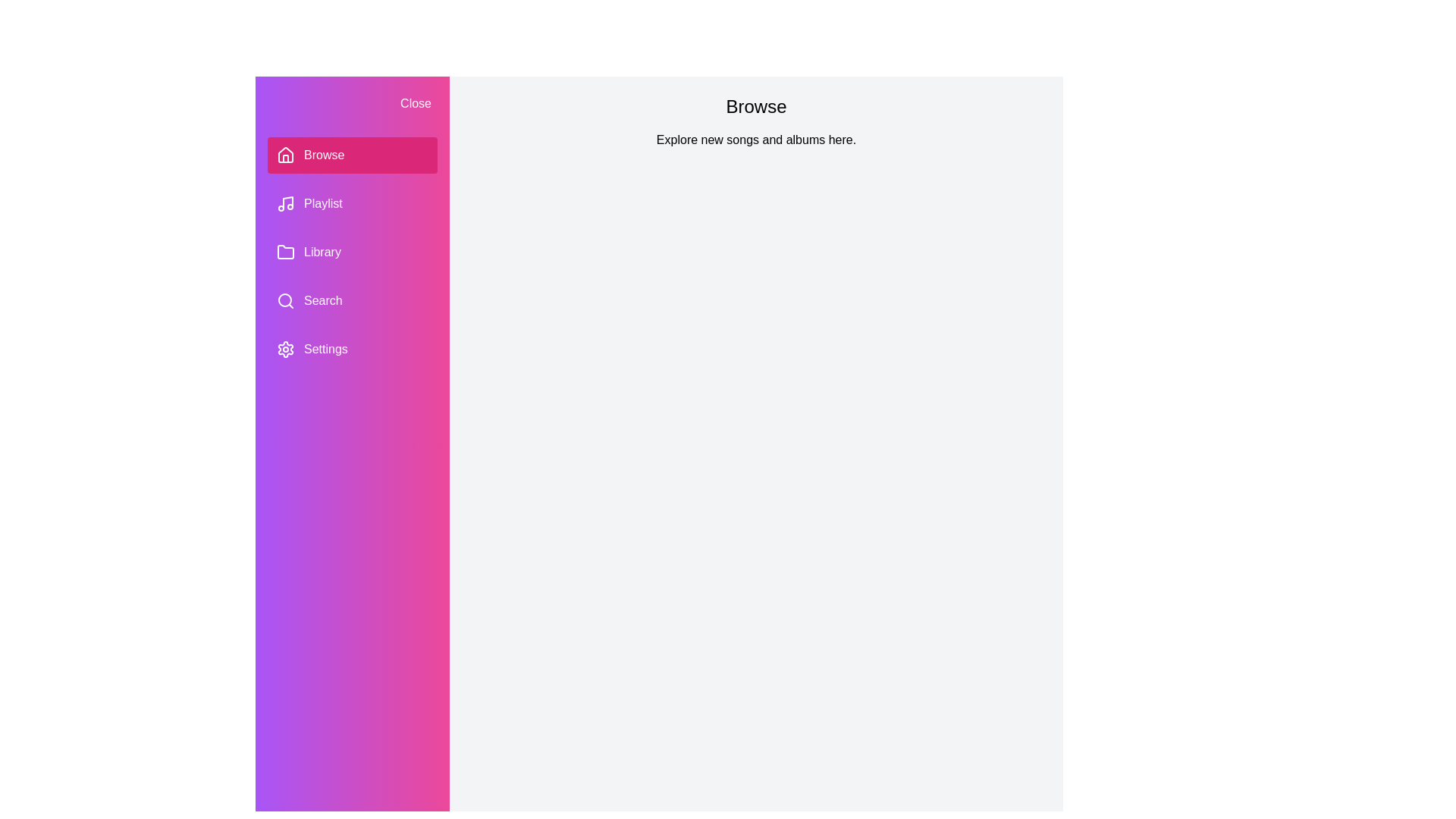 Image resolution: width=1456 pixels, height=819 pixels. Describe the element at coordinates (352, 350) in the screenshot. I see `the section Settings in the PlaylistDrawer` at that location.